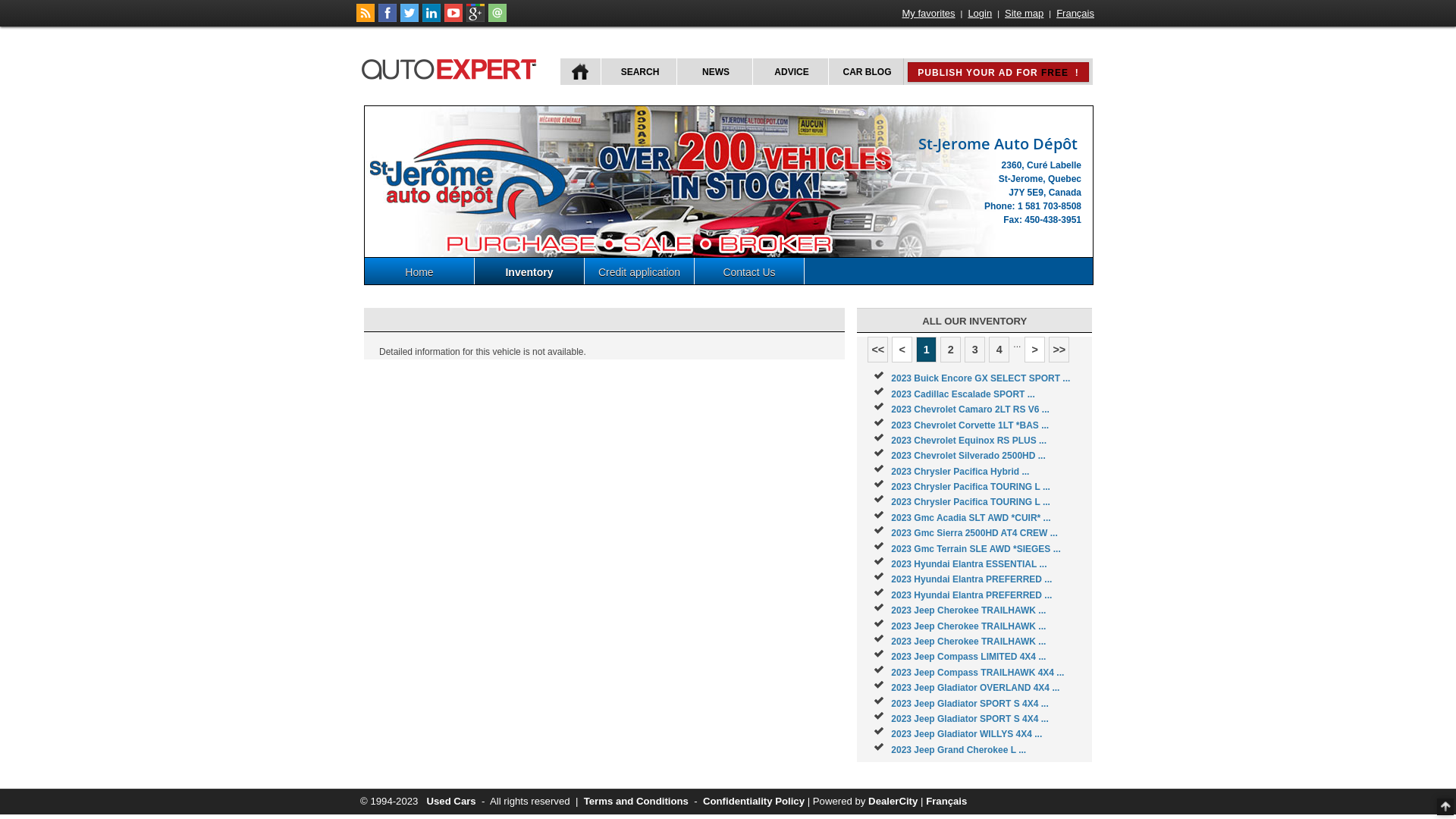 The image size is (1456, 819). I want to click on '2', so click(949, 350).